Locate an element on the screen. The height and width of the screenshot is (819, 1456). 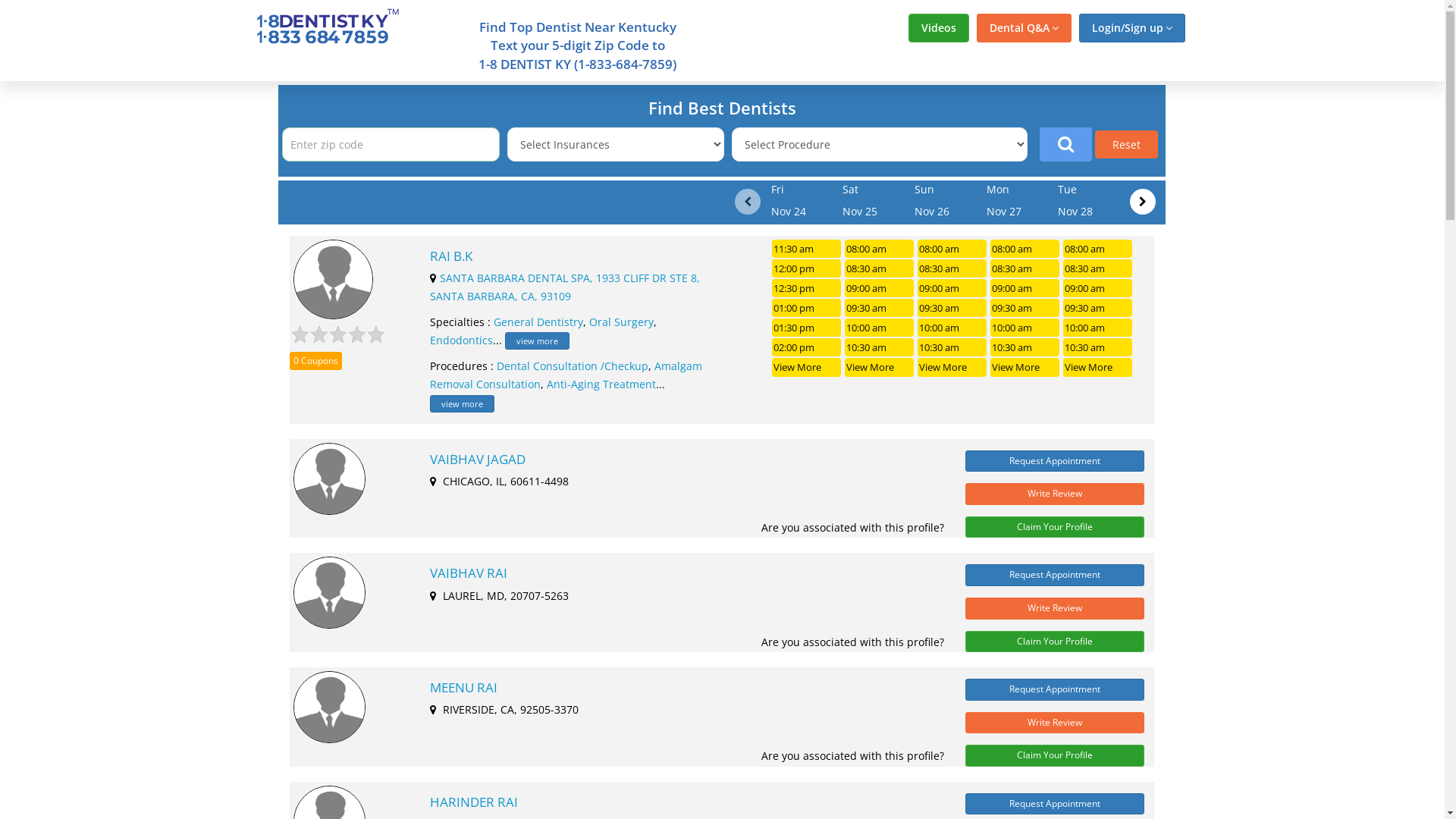
'view more' is located at coordinates (537, 340).